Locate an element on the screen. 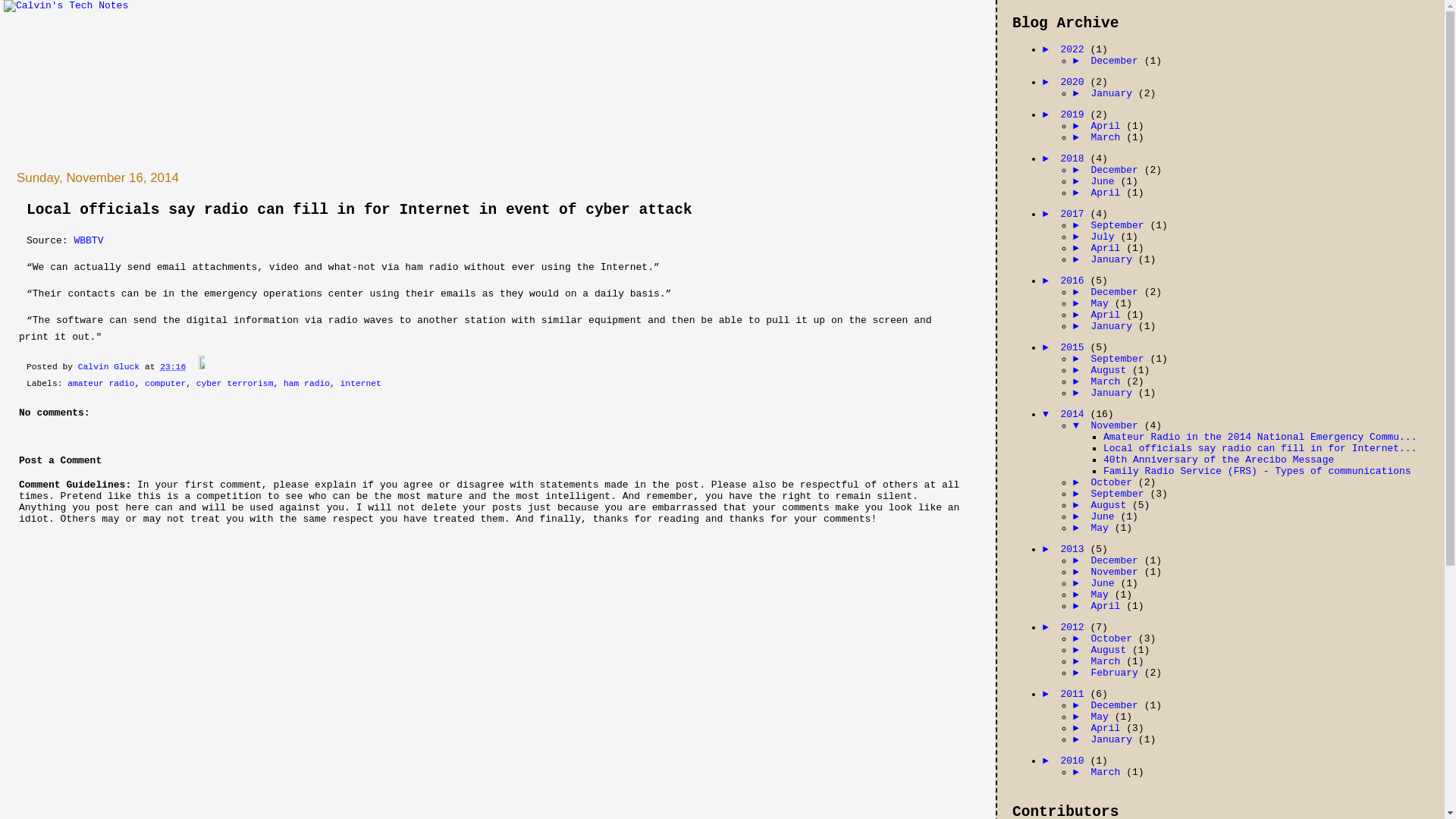 The width and height of the screenshot is (1456, 819). 'April' is located at coordinates (1090, 247).